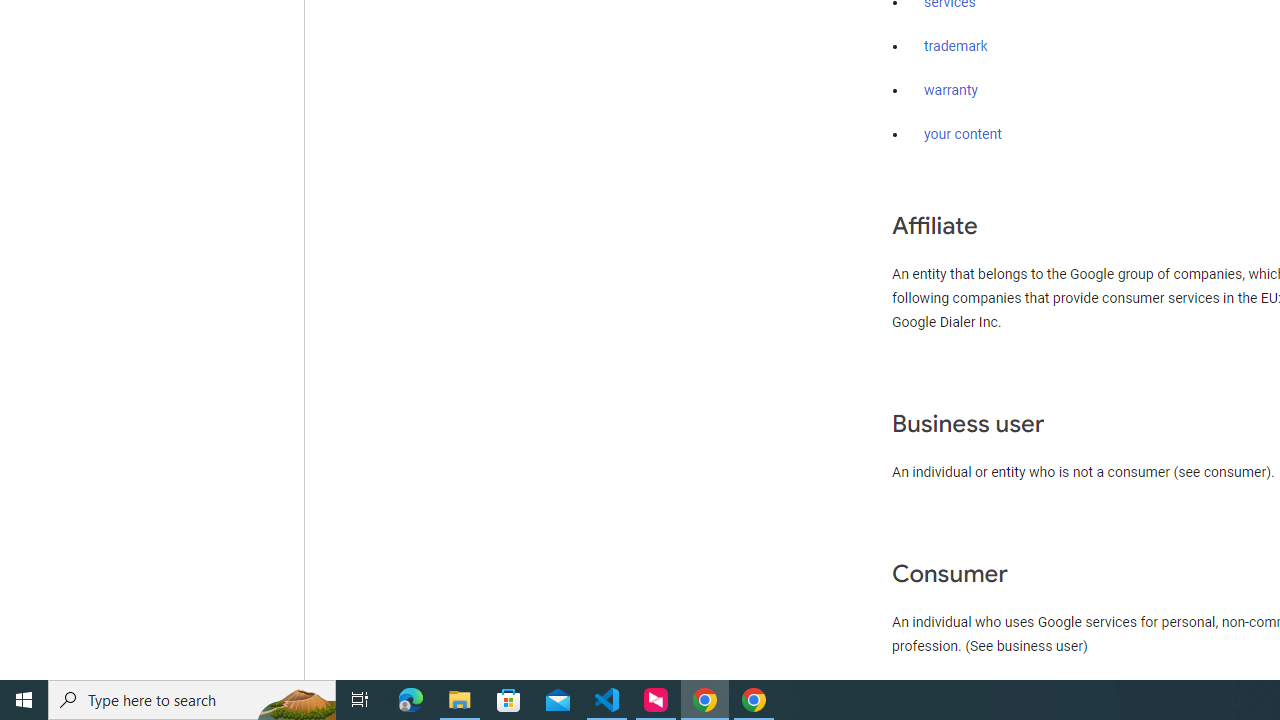 The height and width of the screenshot is (720, 1280). I want to click on 'warranty', so click(950, 91).